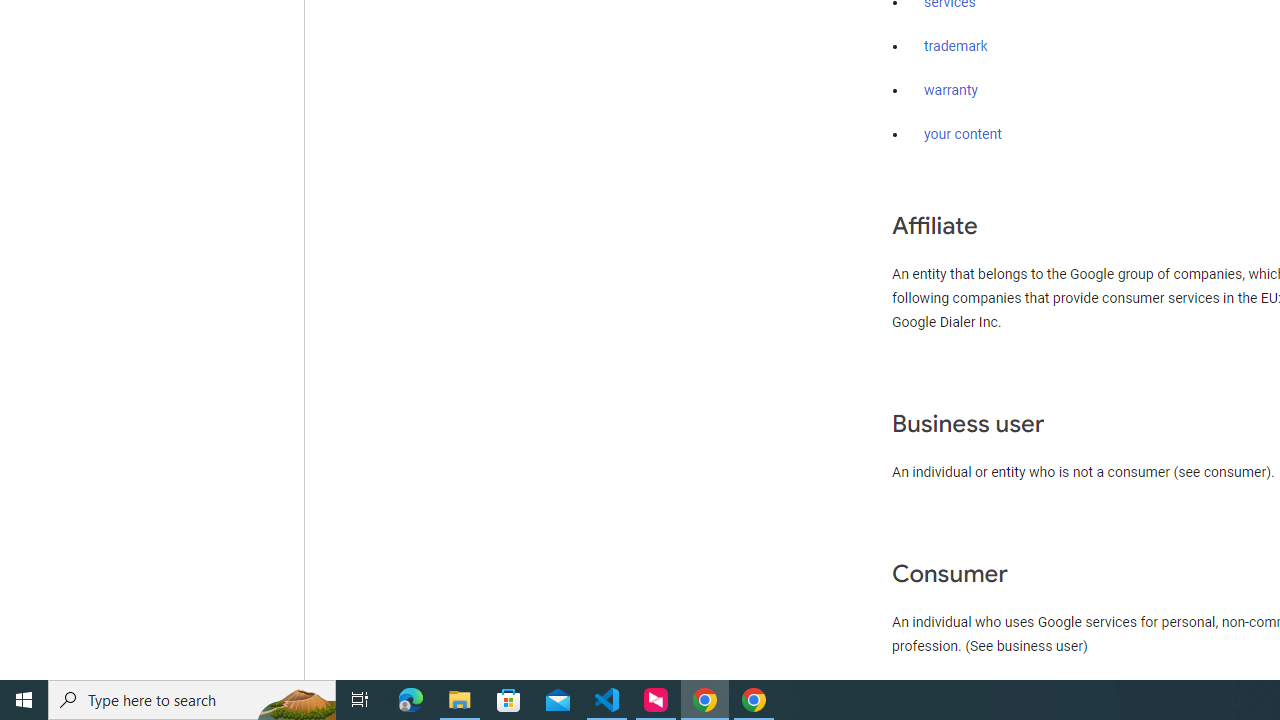 The height and width of the screenshot is (720, 1280). I want to click on 'warranty', so click(950, 91).